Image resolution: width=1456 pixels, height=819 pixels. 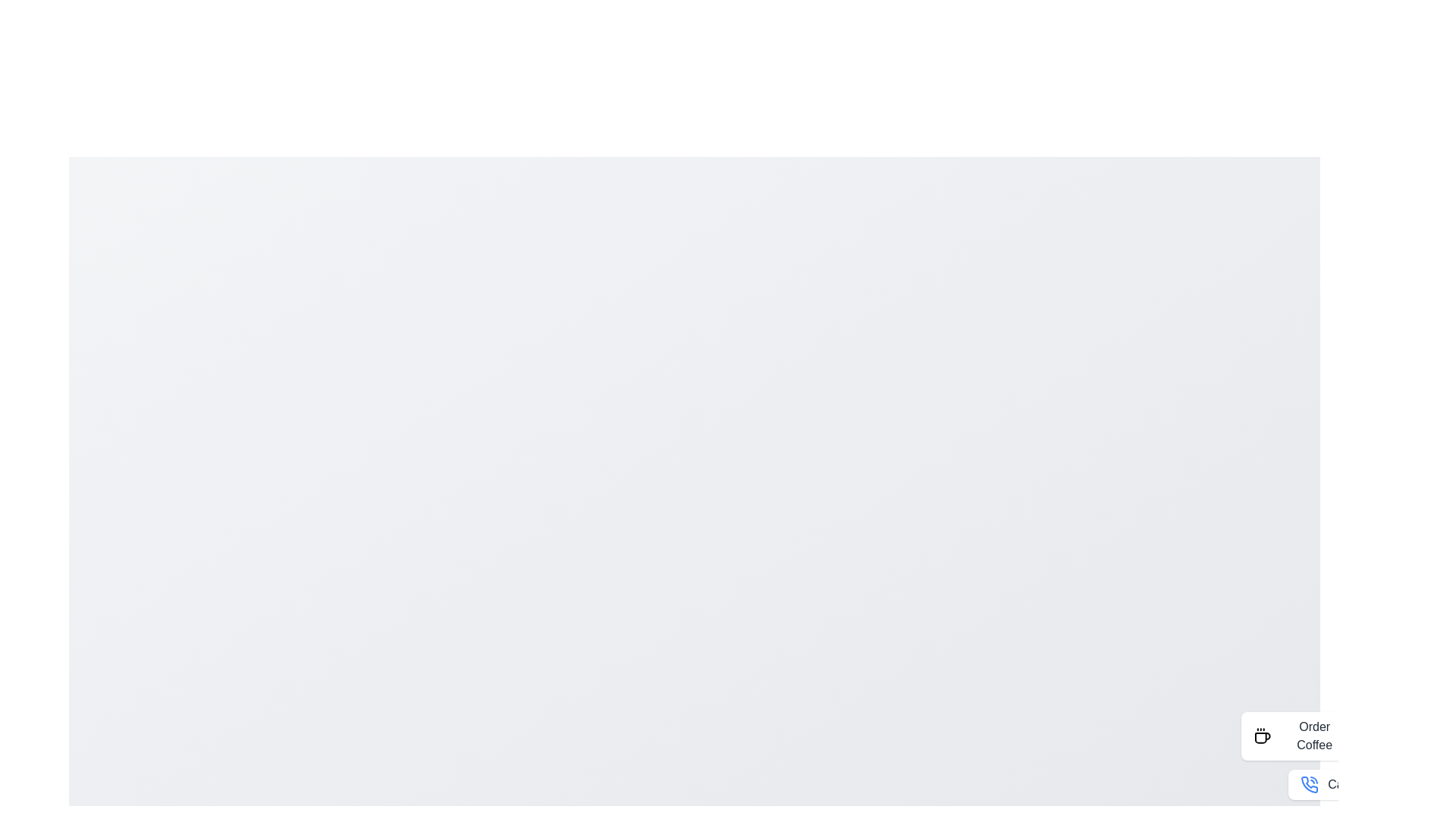 I want to click on the button labeled 'Order Coffee' to observe its visual effect, so click(x=1300, y=736).